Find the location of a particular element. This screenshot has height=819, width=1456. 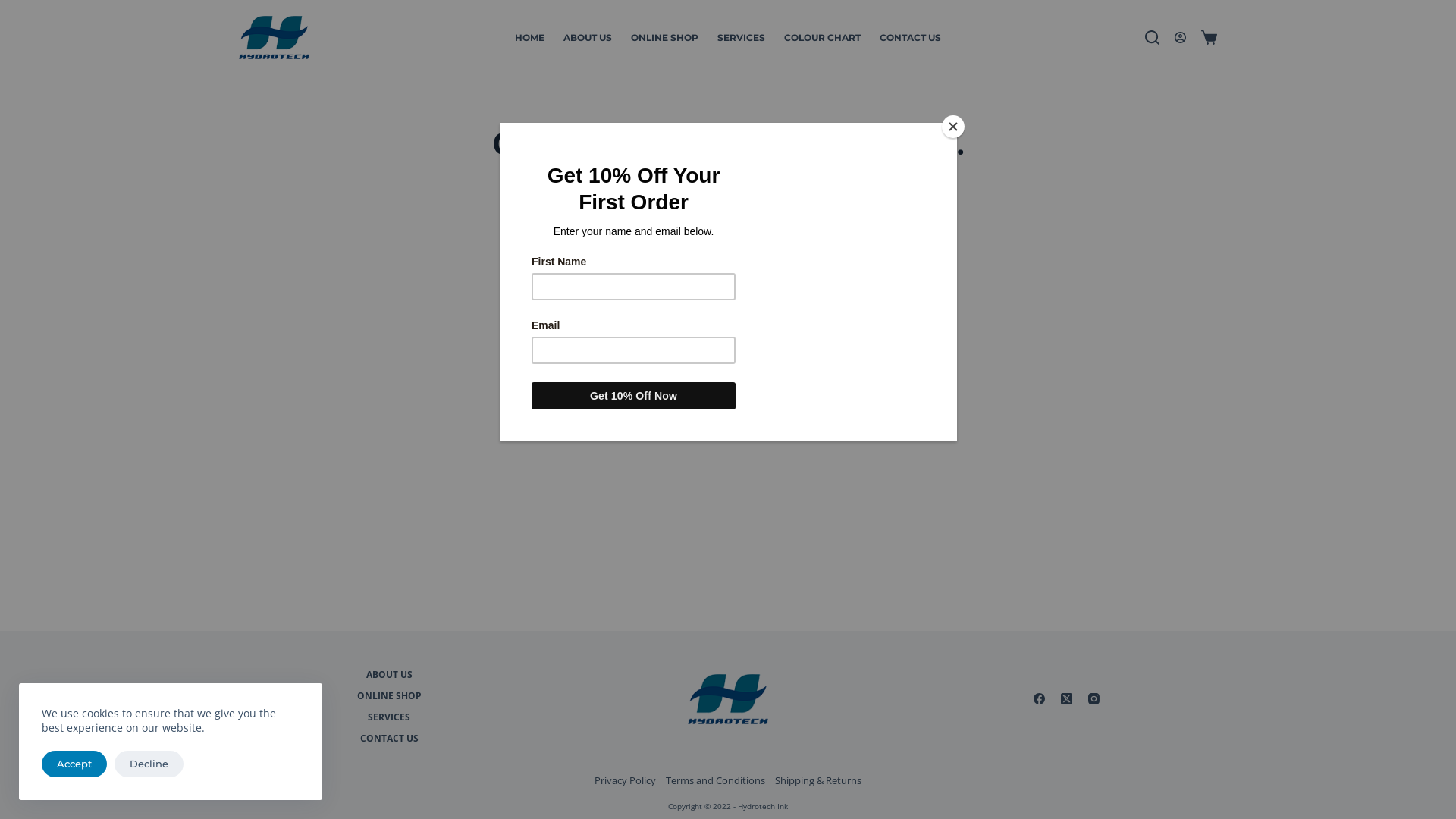

'SERVICES' is located at coordinates (708, 36).